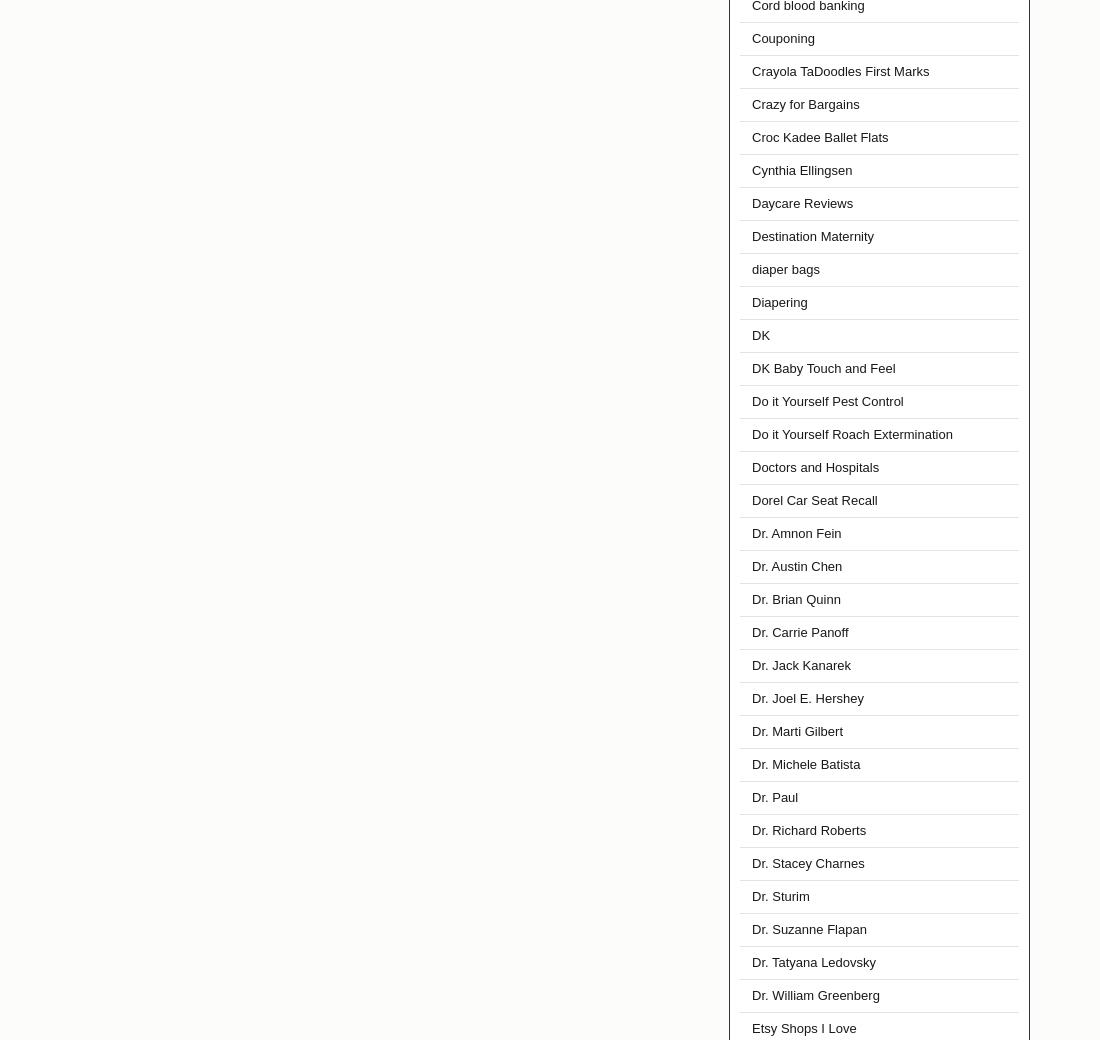  I want to click on 'Dr. Amnon Fein', so click(796, 532).